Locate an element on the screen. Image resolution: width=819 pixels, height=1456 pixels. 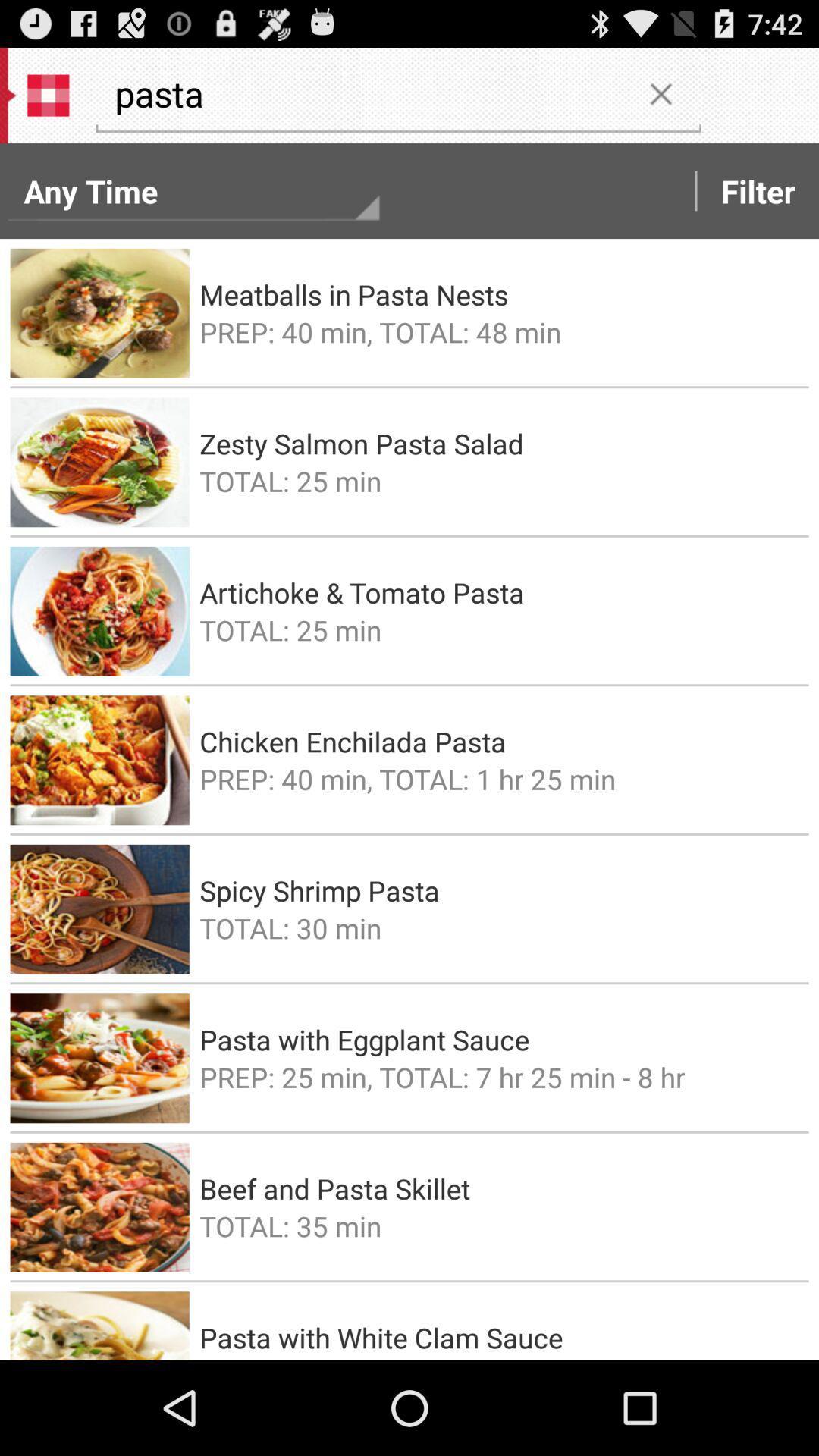
the item to the right of the pasta item is located at coordinates (660, 93).